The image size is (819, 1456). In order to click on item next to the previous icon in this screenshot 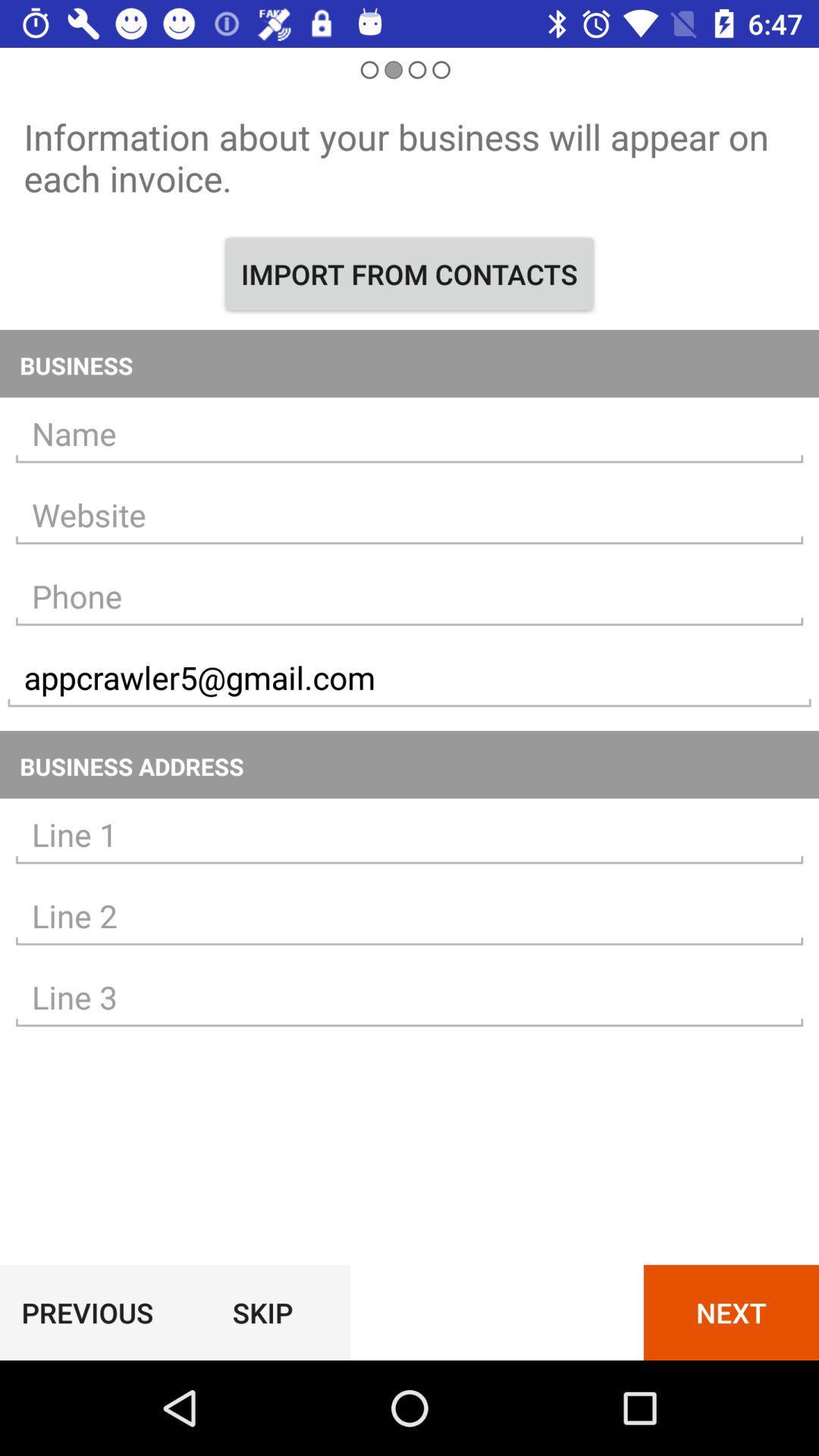, I will do `click(262, 1312)`.